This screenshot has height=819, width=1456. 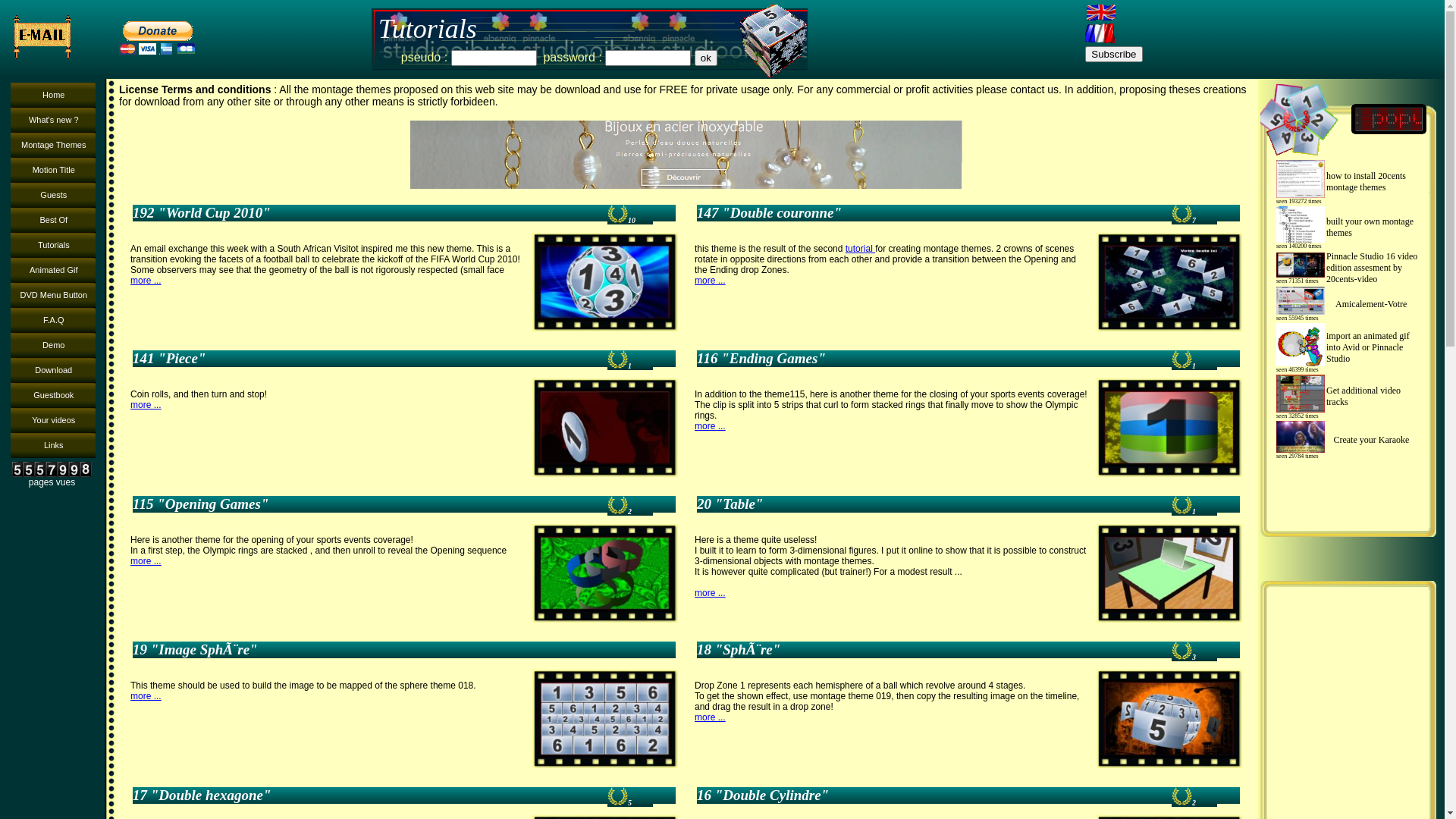 I want to click on 'F.A.Q', so click(x=53, y=319).